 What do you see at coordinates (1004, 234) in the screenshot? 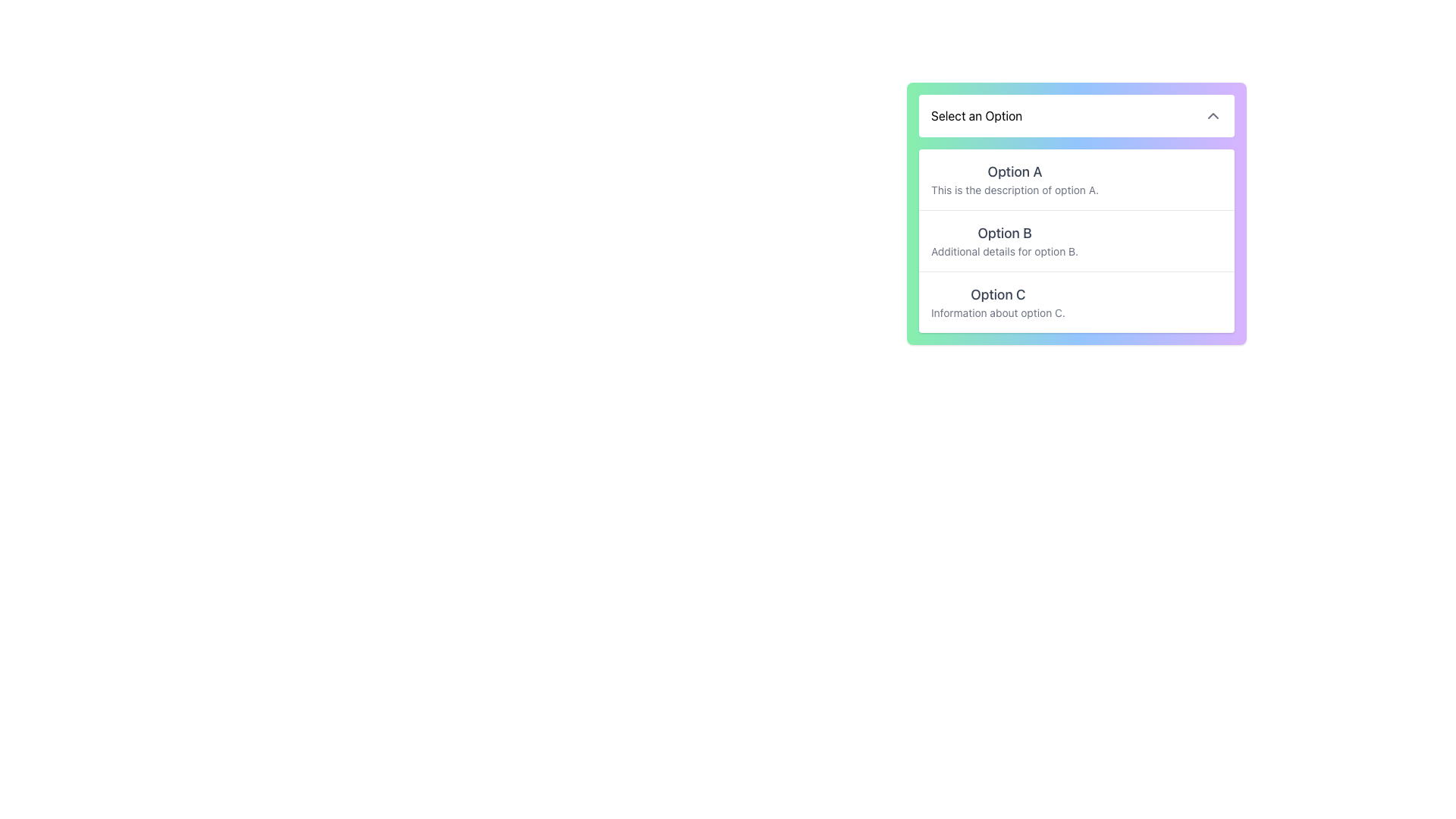
I see `static label displaying 'Option B' which is bold and larger in font size, positioned above the details for option B` at bounding box center [1004, 234].